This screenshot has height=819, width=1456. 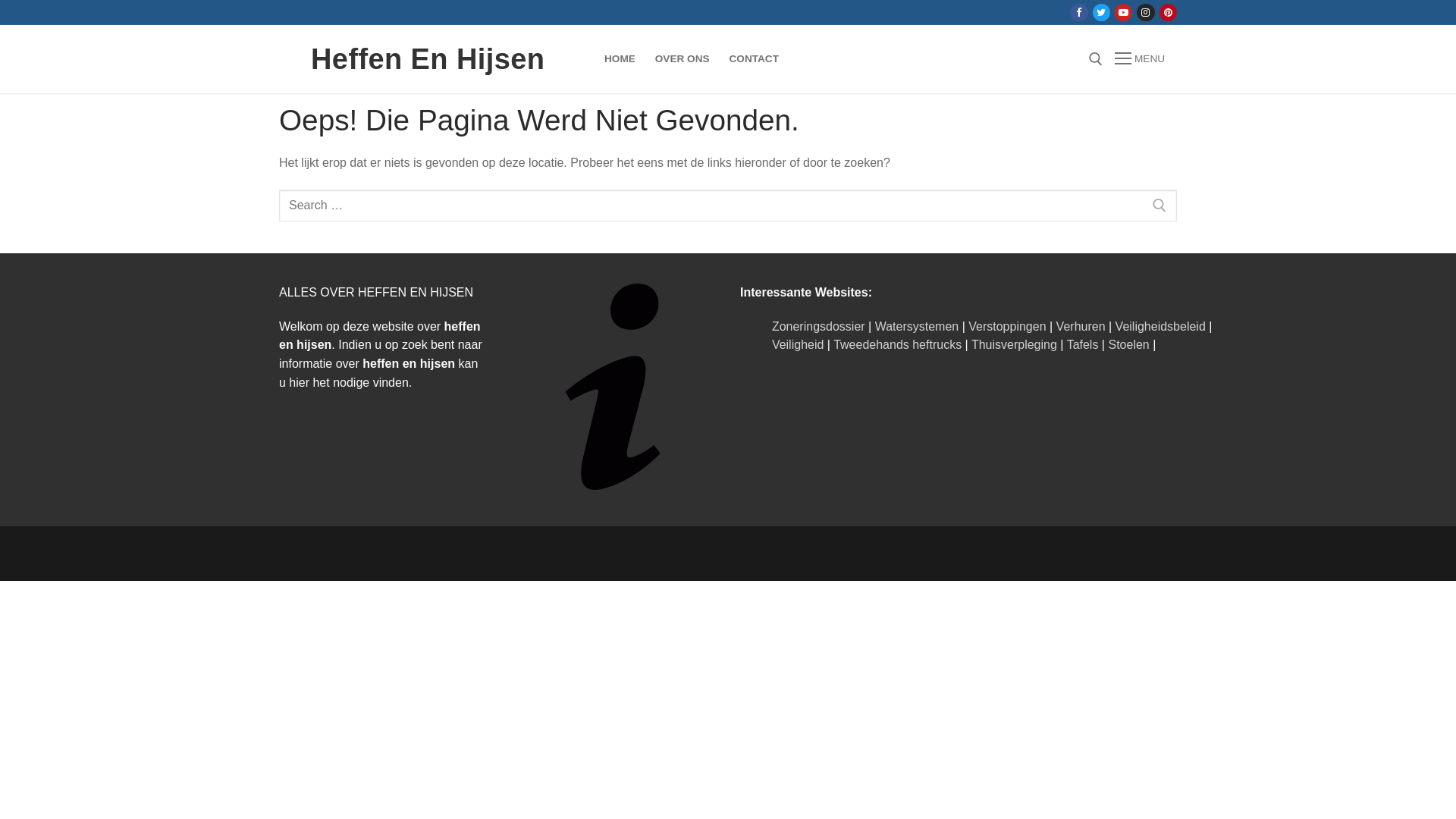 What do you see at coordinates (754, 58) in the screenshot?
I see `'CONTACT'` at bounding box center [754, 58].